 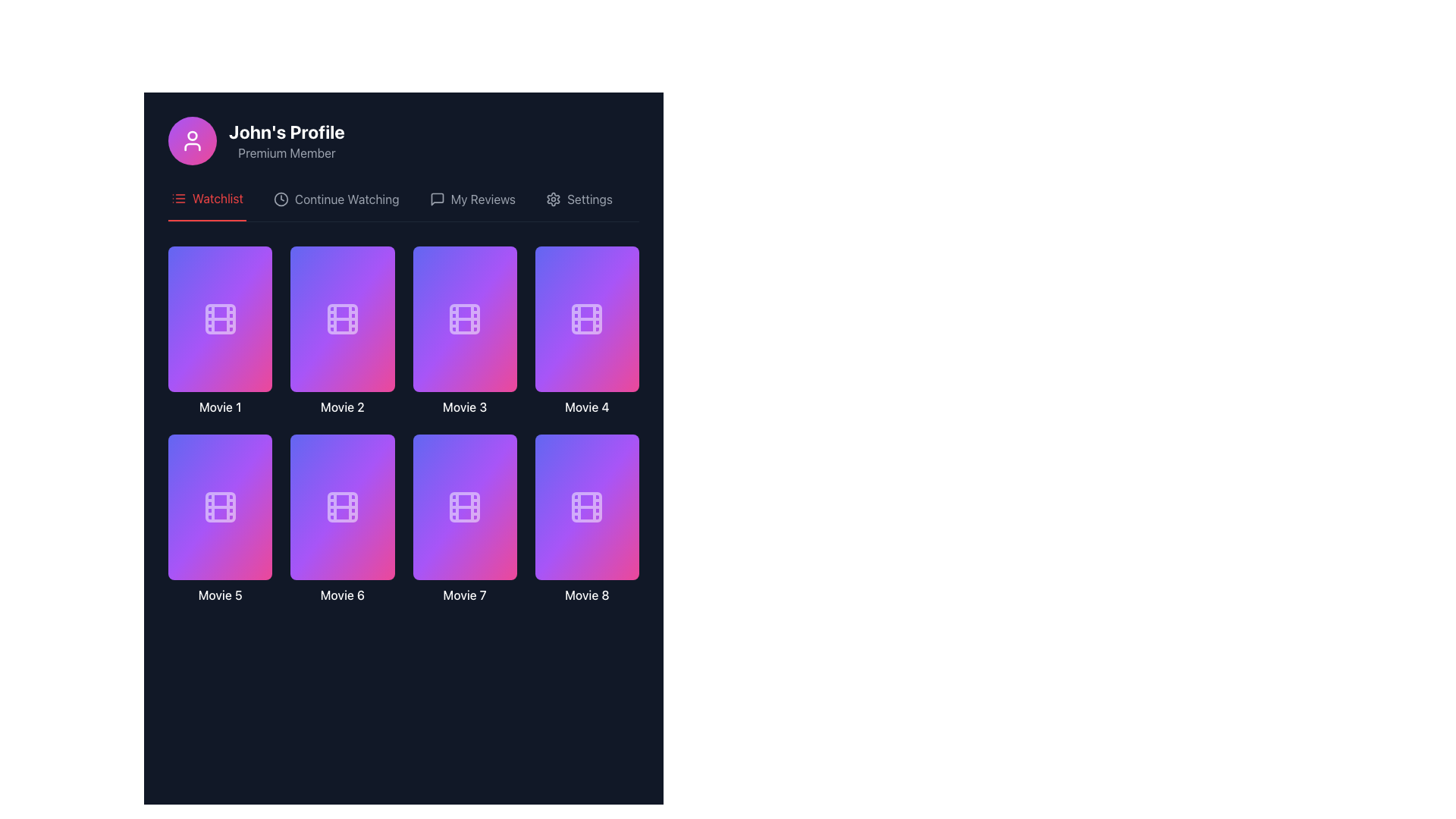 What do you see at coordinates (341, 318) in the screenshot?
I see `the film reel icon located in the second card labeled 'Movie 2' under the 'Watchlist' tab in John's Profile` at bounding box center [341, 318].